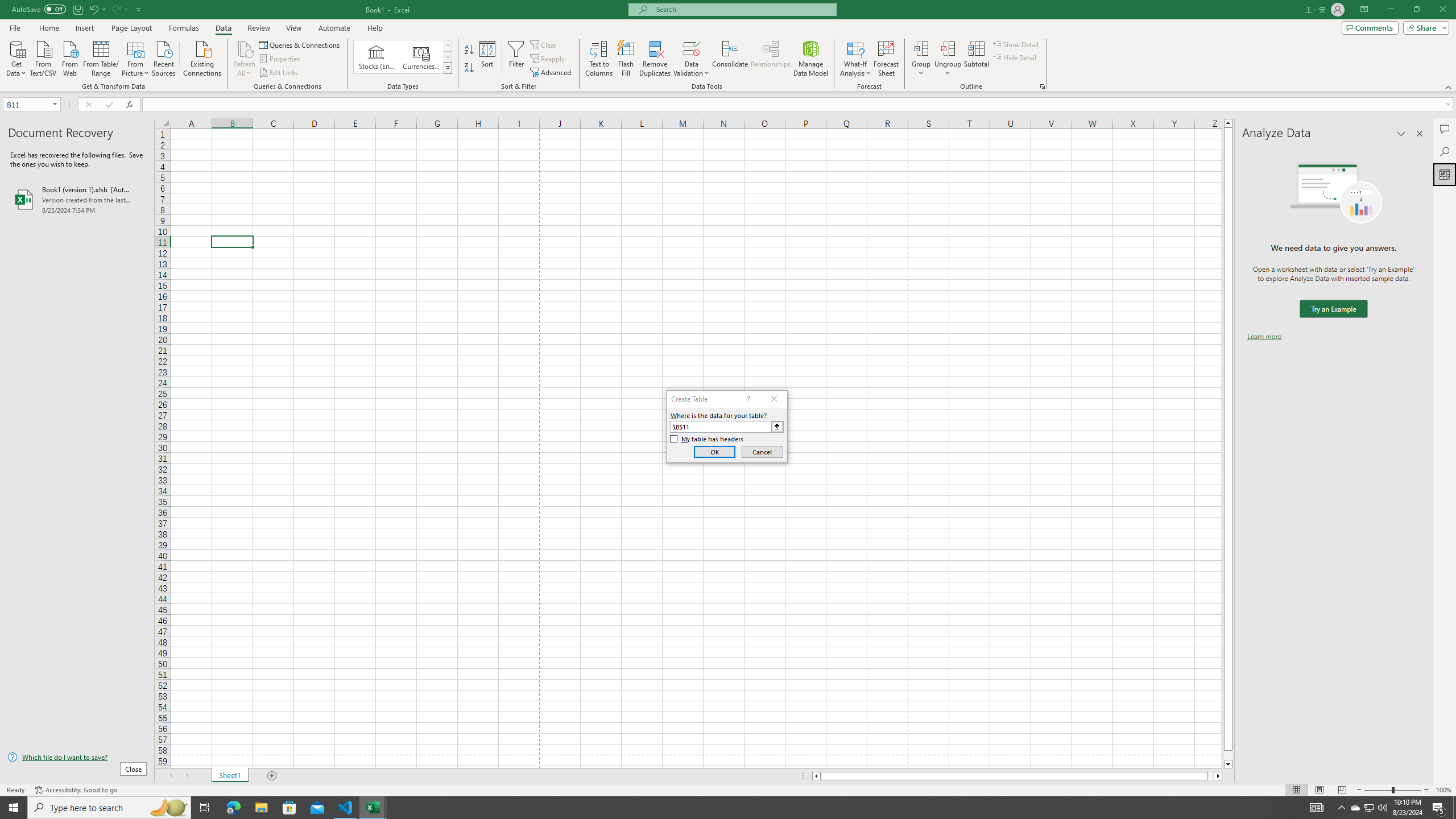 The image size is (1456, 819). What do you see at coordinates (280, 59) in the screenshot?
I see `'Properties'` at bounding box center [280, 59].